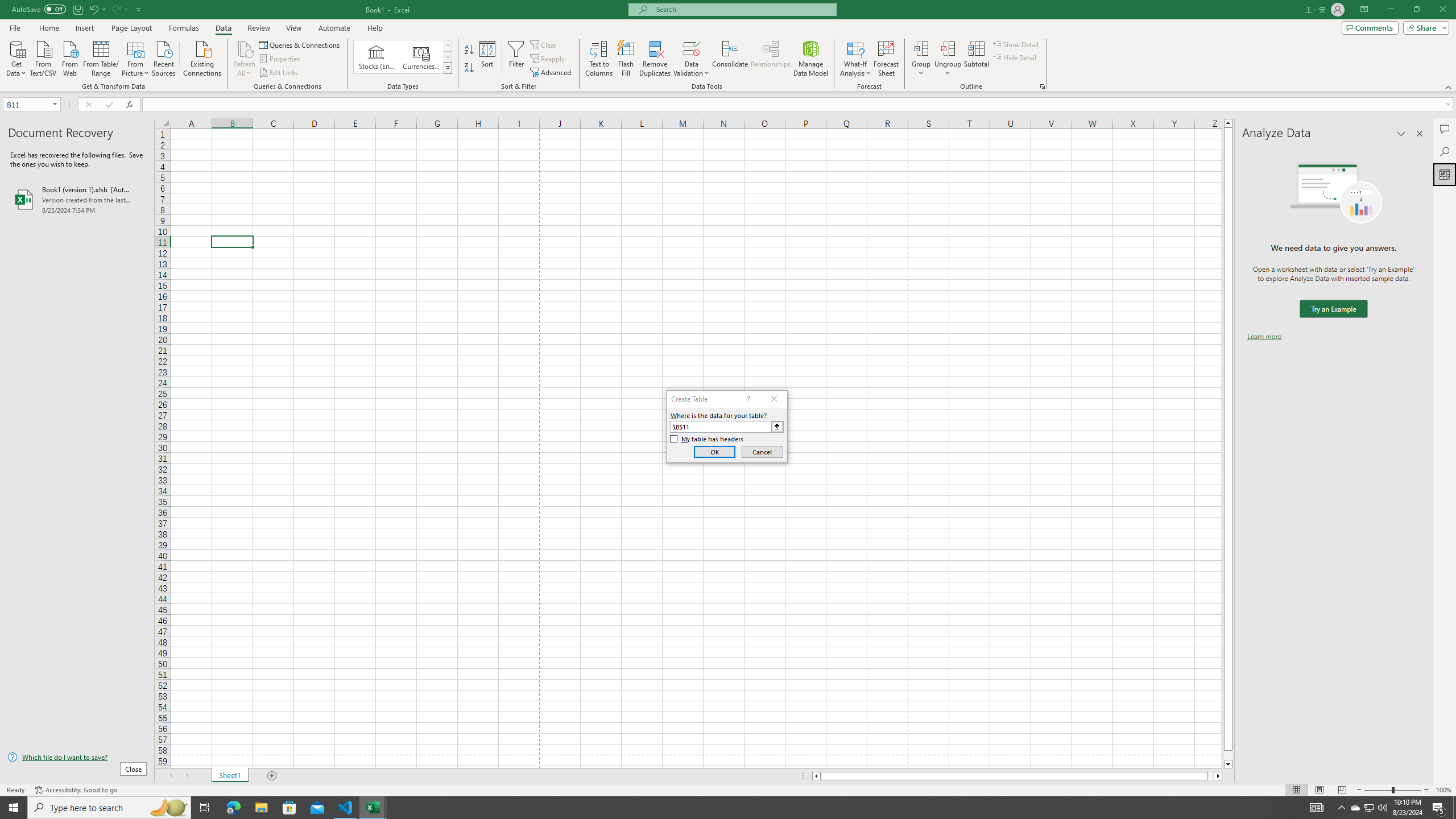 The image size is (1456, 819). What do you see at coordinates (280, 59) in the screenshot?
I see `'Properties'` at bounding box center [280, 59].